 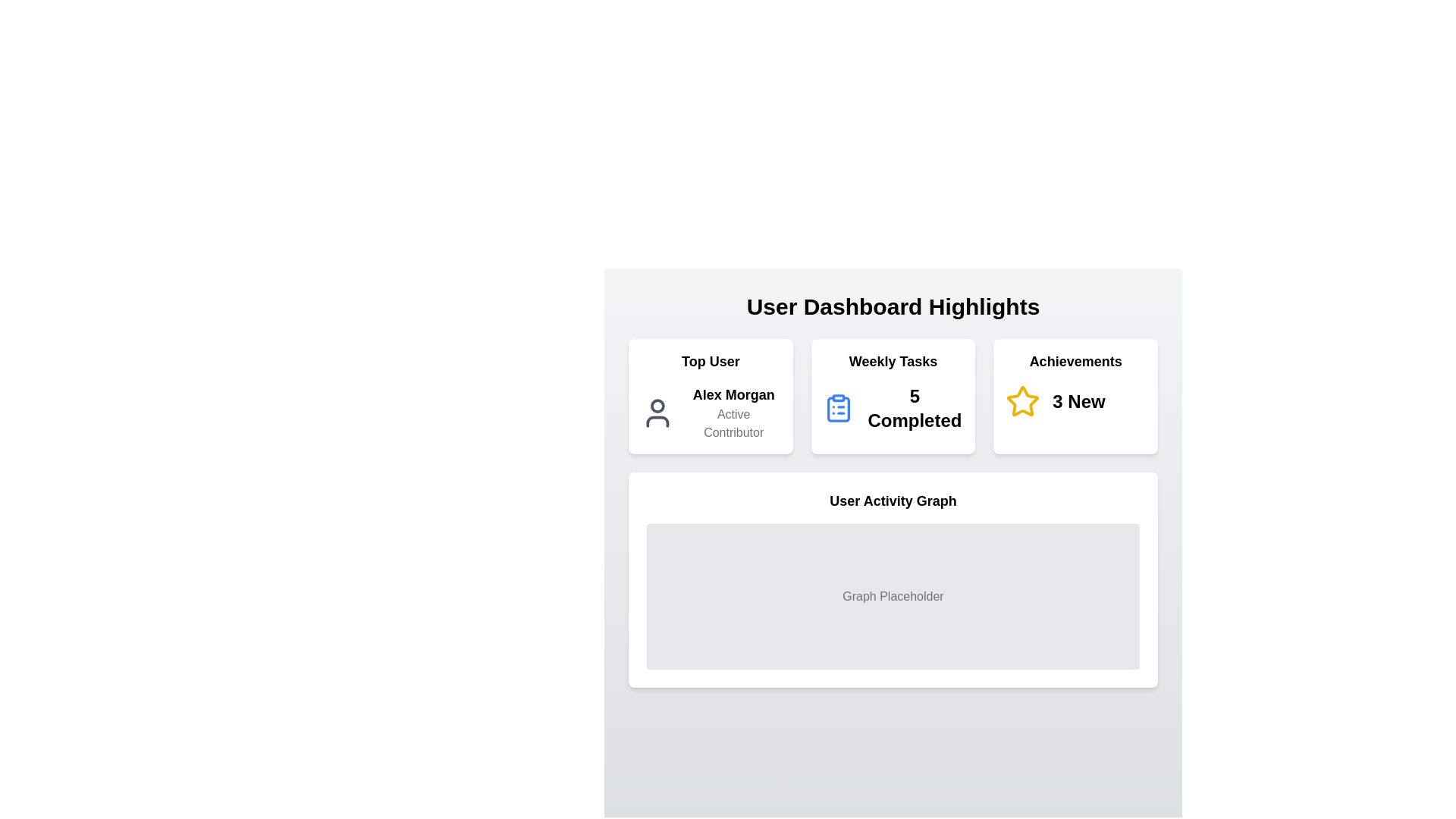 What do you see at coordinates (893, 500) in the screenshot?
I see `the Text label which serves as a title or heading for the content, located within a white, rounded rectangular card above the Graph Placeholder` at bounding box center [893, 500].